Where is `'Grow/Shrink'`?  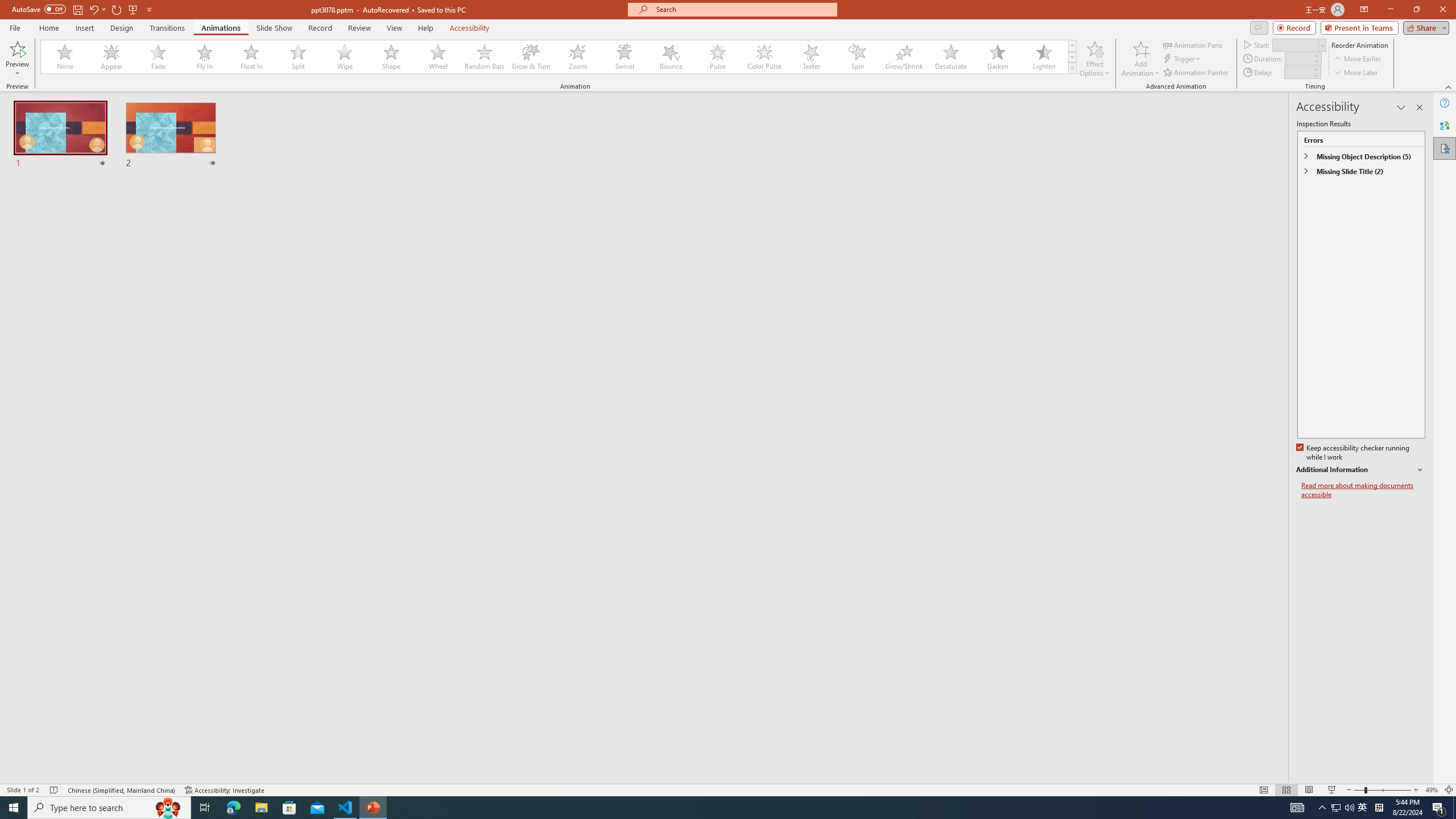 'Grow/Shrink' is located at coordinates (904, 56).